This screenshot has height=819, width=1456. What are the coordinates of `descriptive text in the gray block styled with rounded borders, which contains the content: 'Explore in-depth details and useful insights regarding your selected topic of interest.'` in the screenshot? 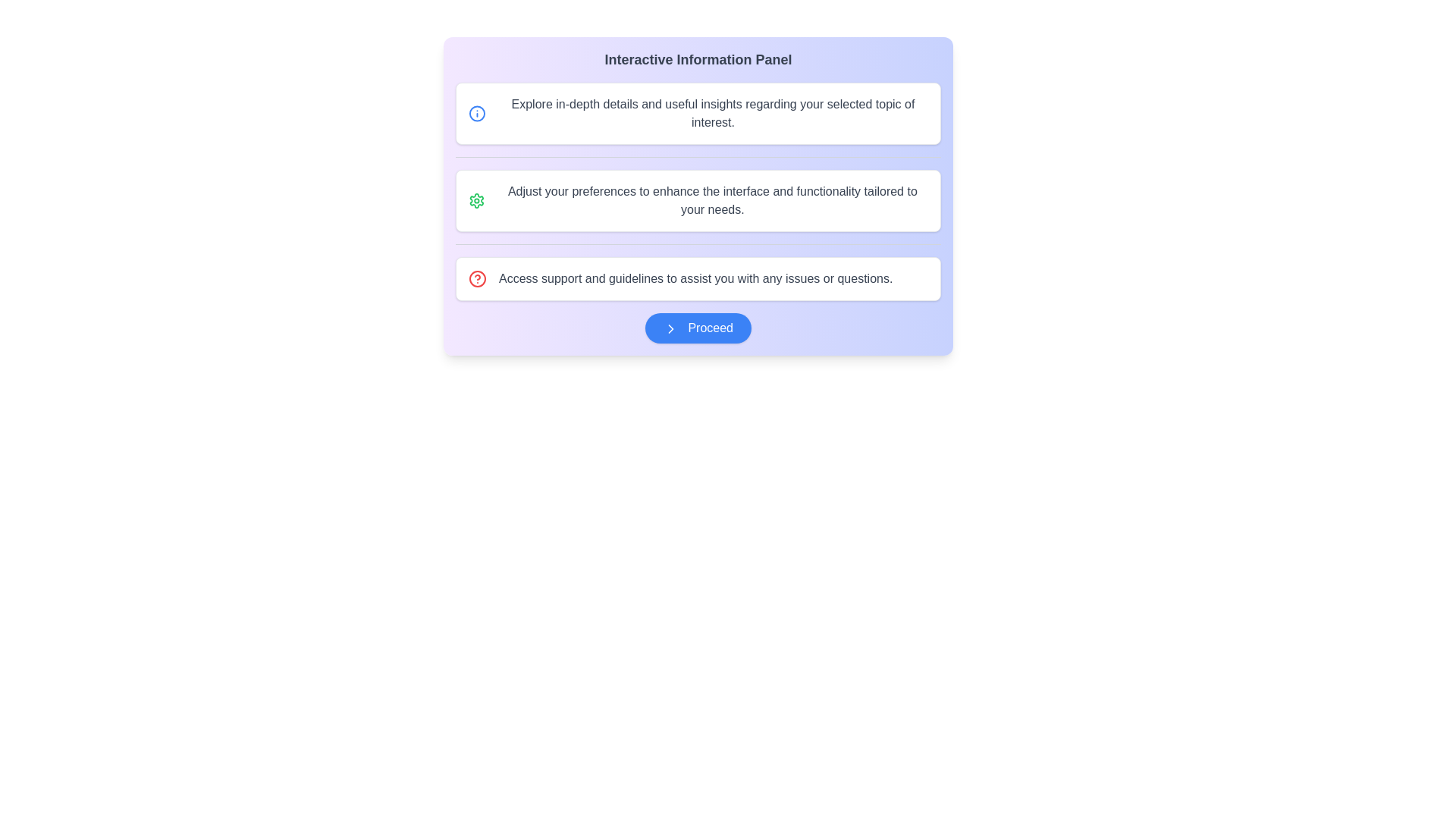 It's located at (712, 113).